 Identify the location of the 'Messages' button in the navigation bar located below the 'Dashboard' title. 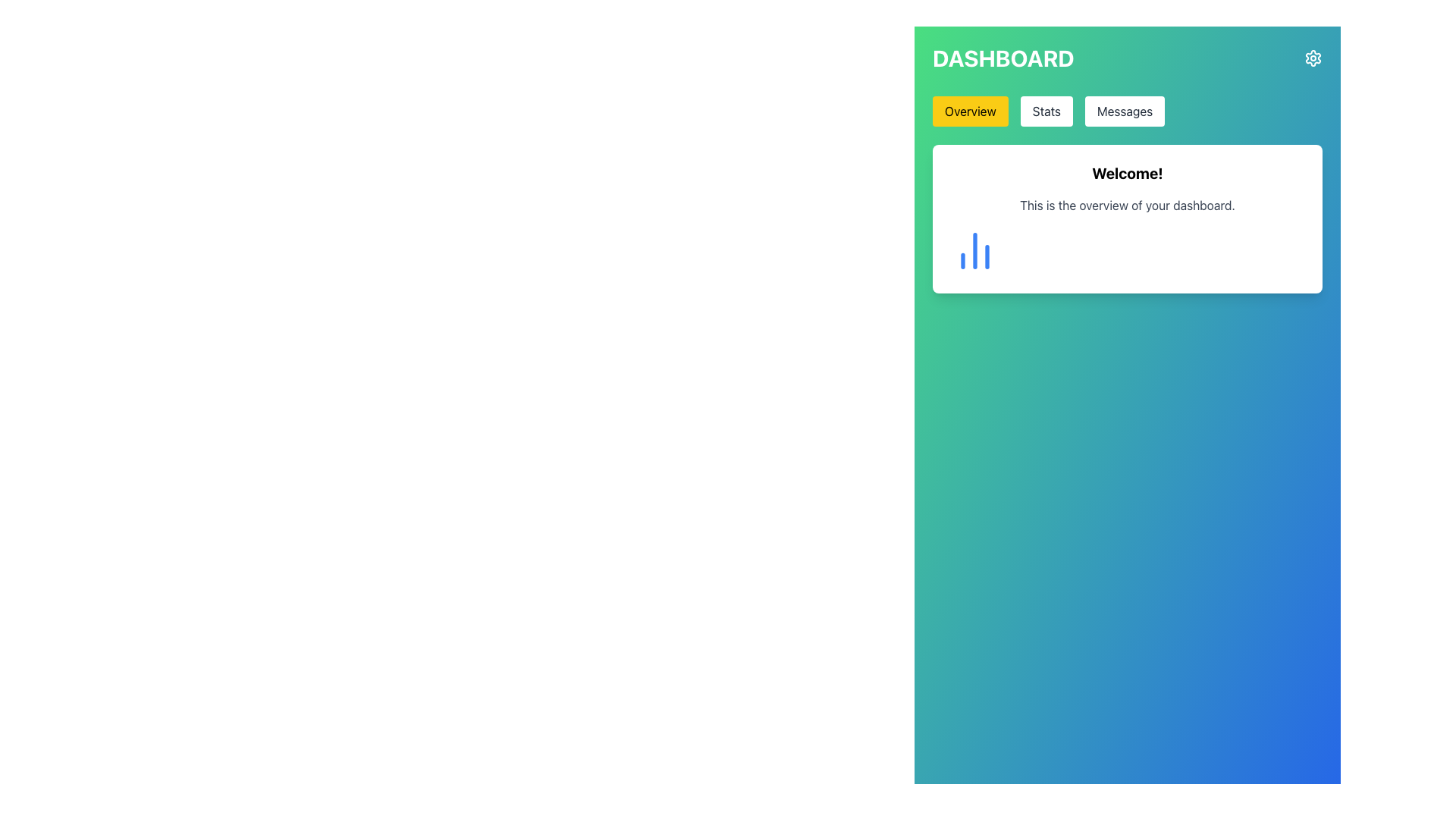
(1128, 110).